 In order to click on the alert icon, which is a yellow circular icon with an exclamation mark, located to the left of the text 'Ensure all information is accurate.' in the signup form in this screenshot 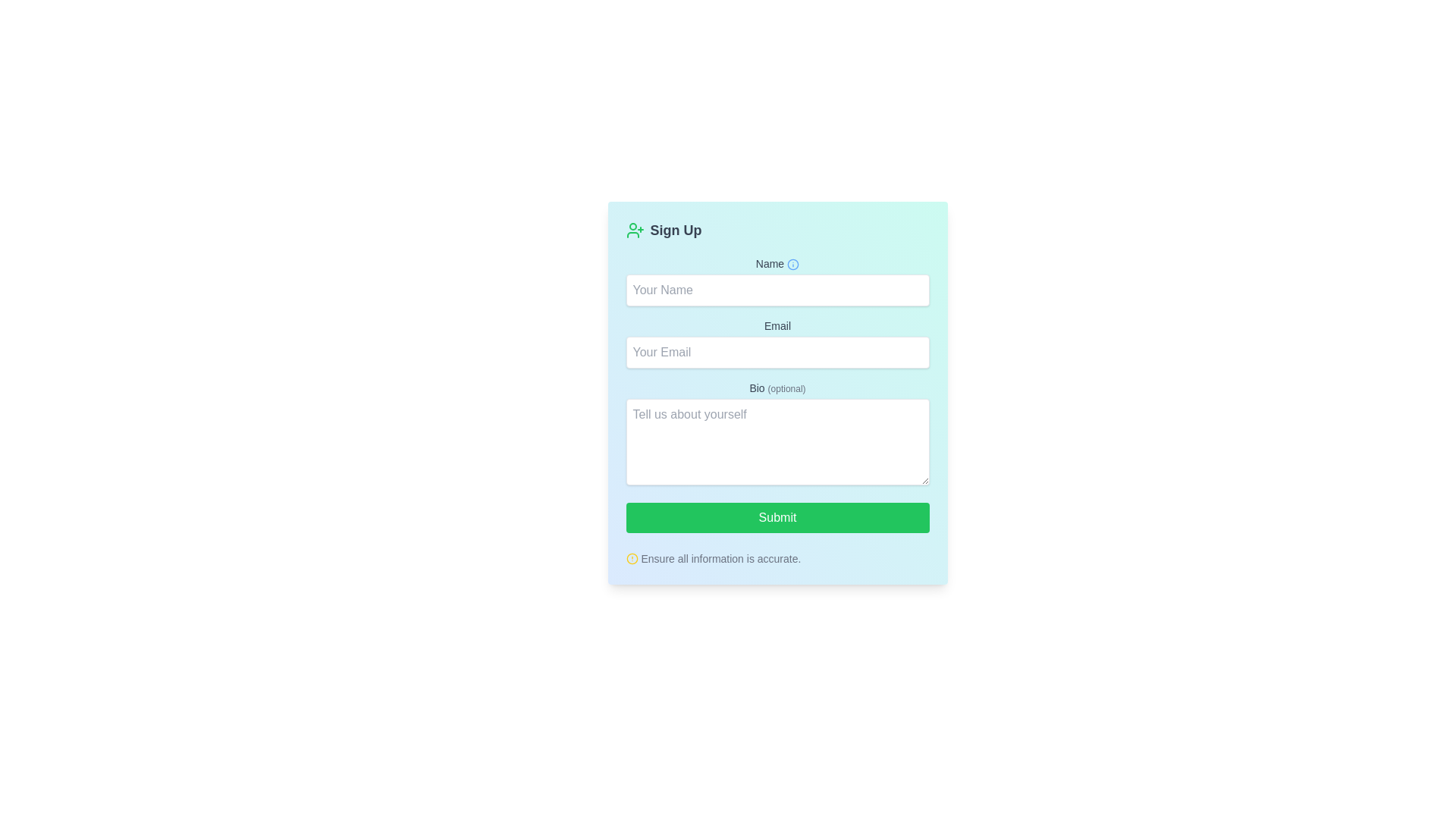, I will do `click(632, 558)`.